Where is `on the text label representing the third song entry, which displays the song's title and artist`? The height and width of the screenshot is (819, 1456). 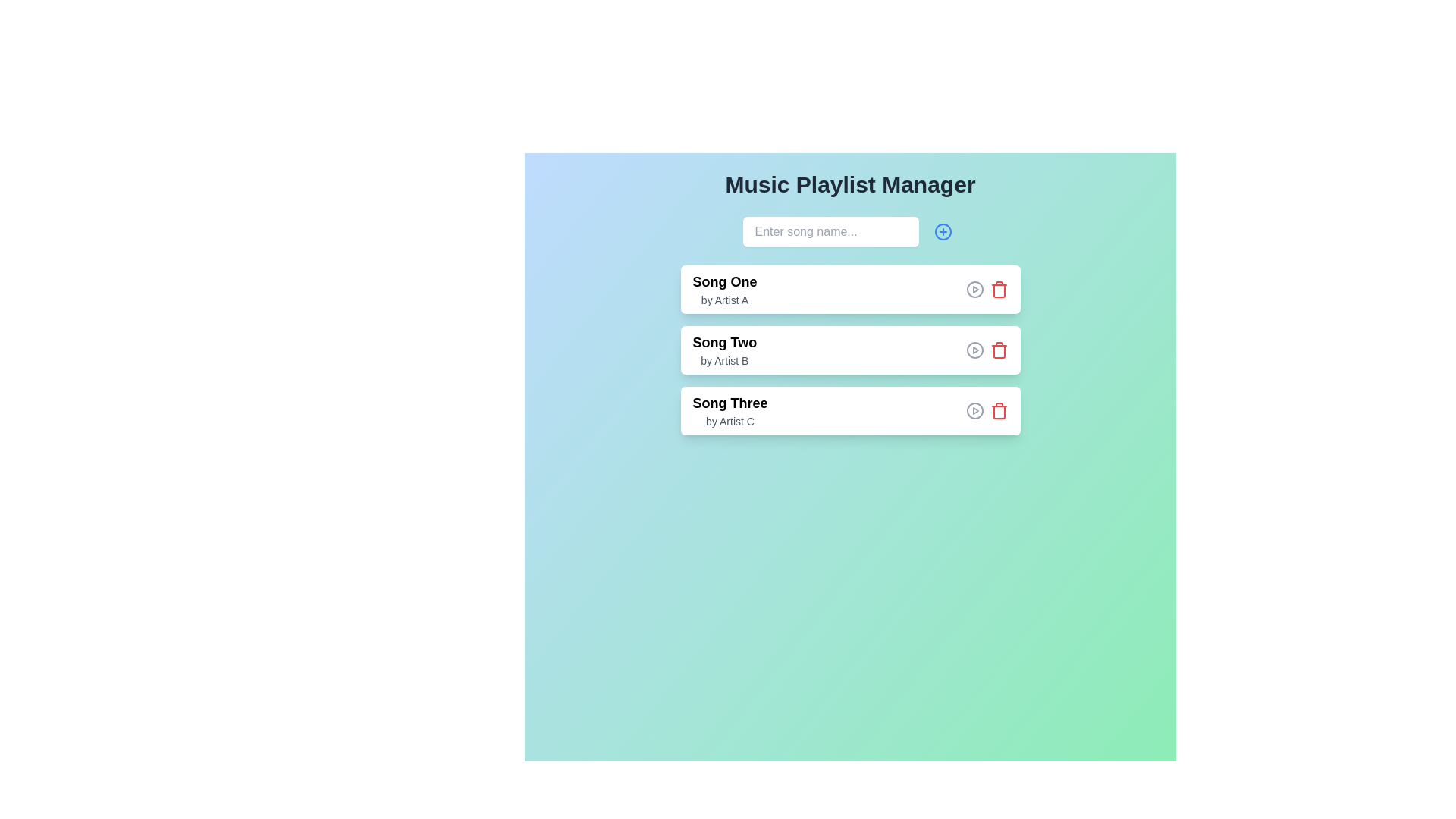
on the text label representing the third song entry, which displays the song's title and artist is located at coordinates (730, 411).